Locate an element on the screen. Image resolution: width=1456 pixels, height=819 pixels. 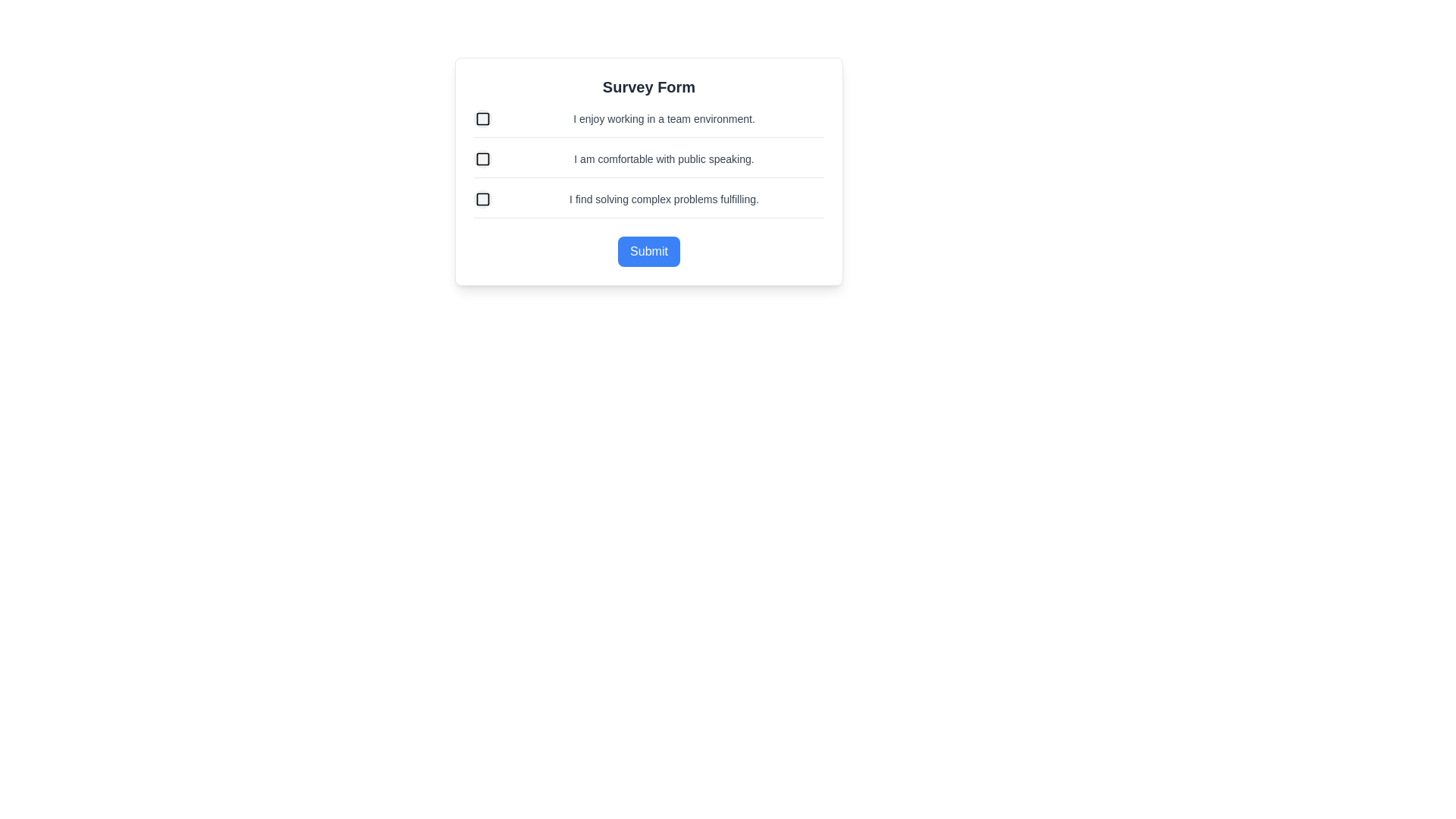
the label that describes the option available for selection next to the checkbox in the first row of the survey form is located at coordinates (664, 118).